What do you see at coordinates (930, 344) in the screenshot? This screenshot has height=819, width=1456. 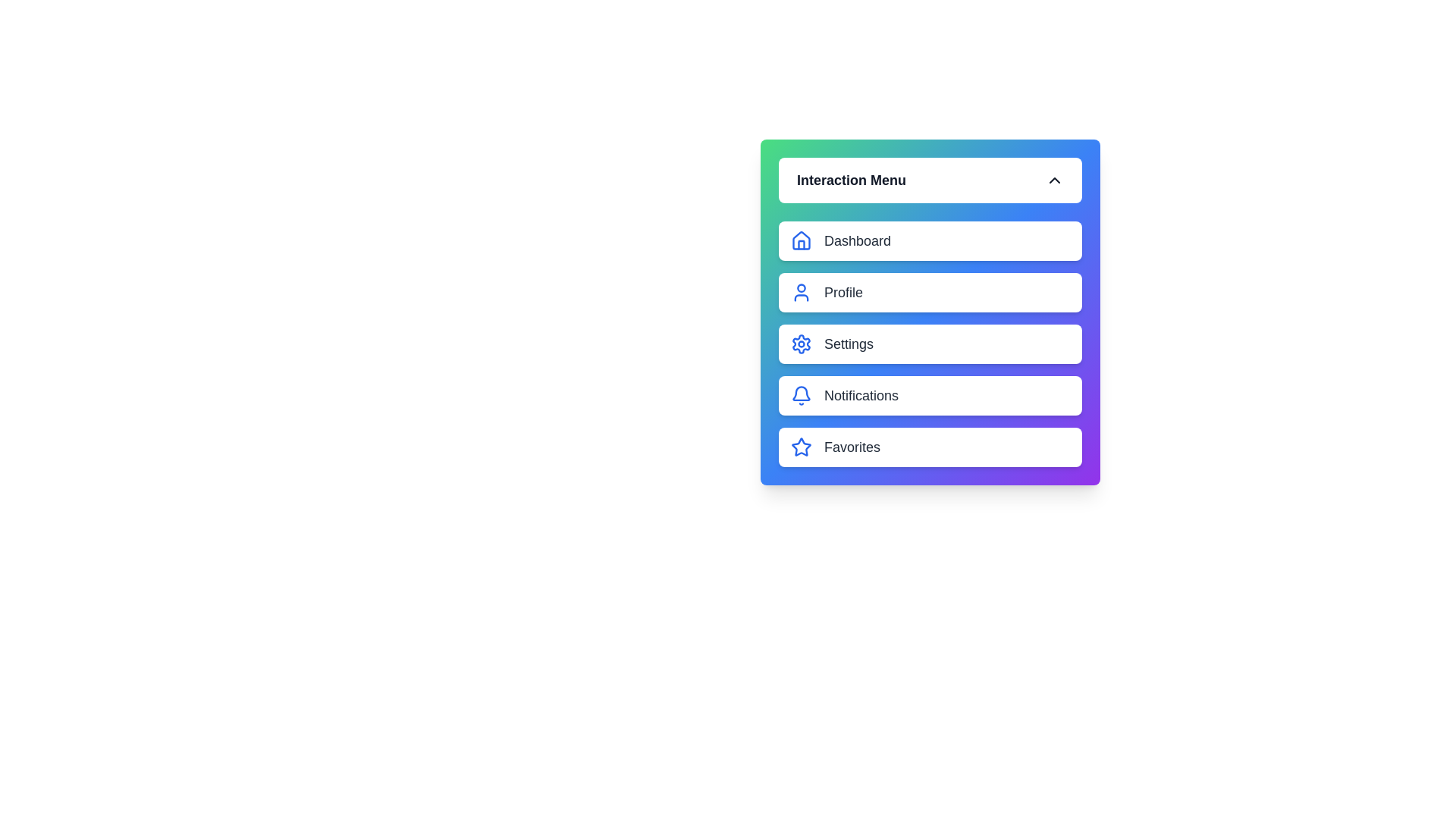 I see `the menu item Settings in the ModernProfileMenu` at bounding box center [930, 344].